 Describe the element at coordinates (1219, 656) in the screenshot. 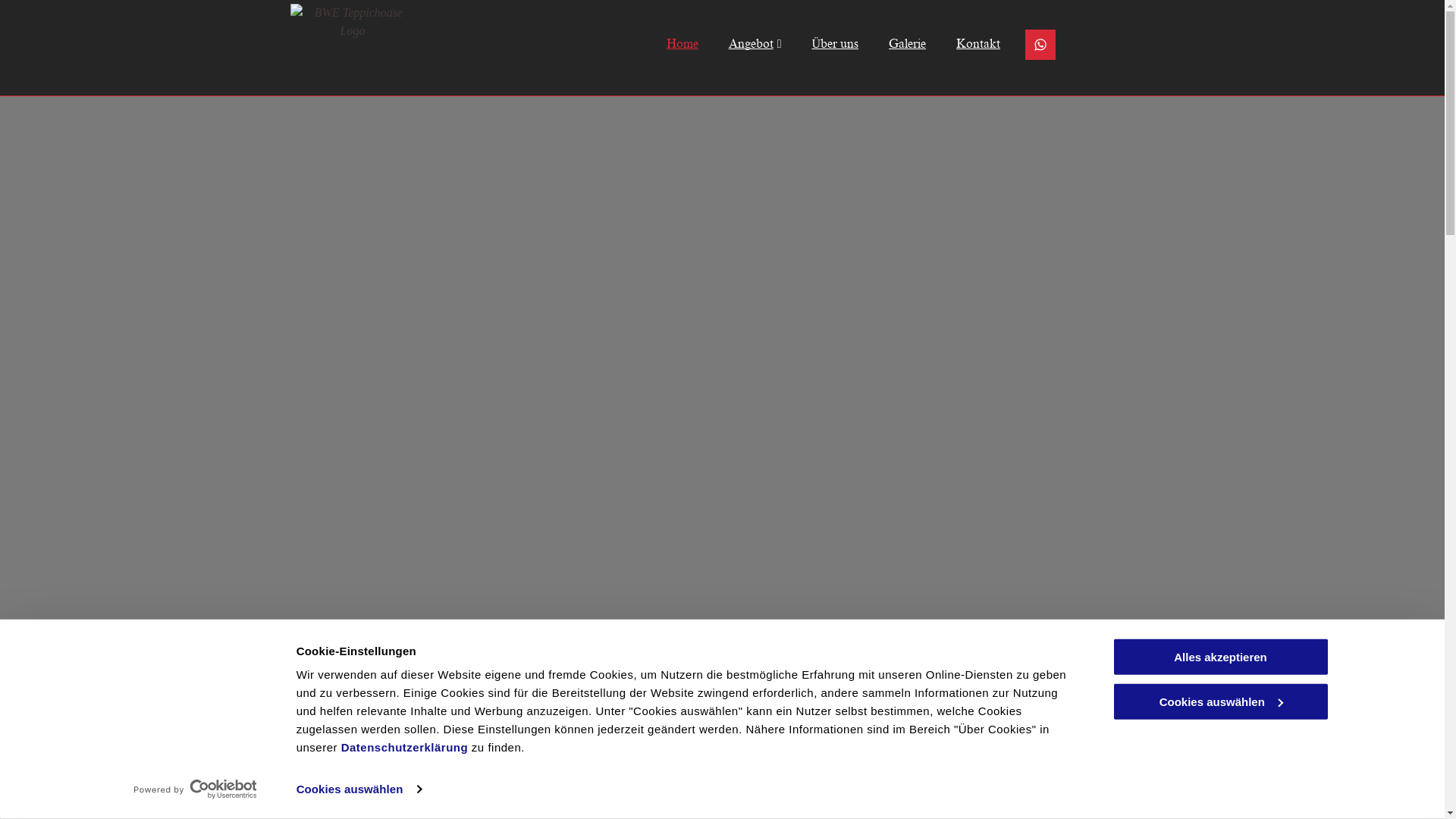

I see `'Alles akzeptieren'` at that location.